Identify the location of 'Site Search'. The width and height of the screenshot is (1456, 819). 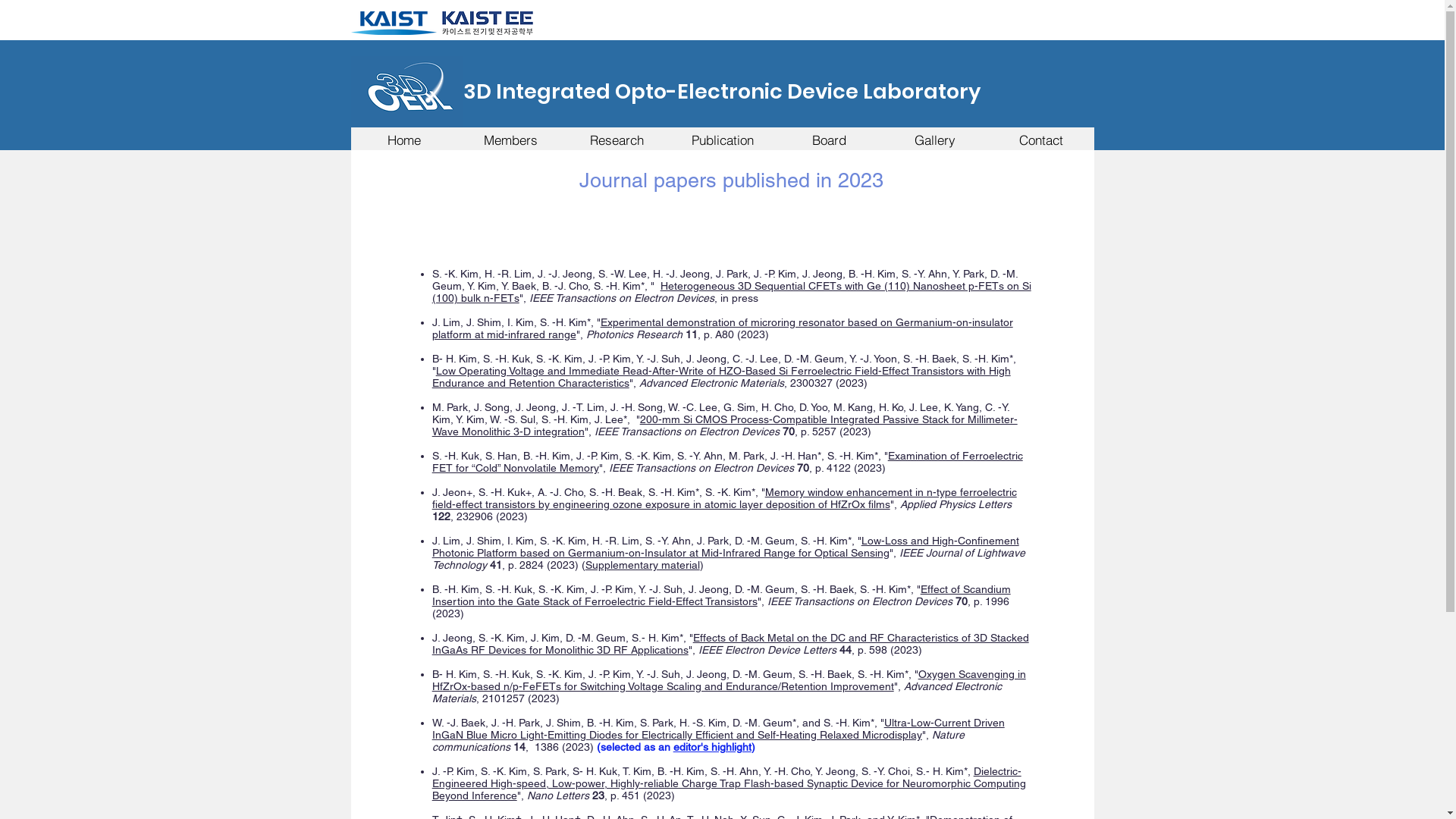
(1002, 21).